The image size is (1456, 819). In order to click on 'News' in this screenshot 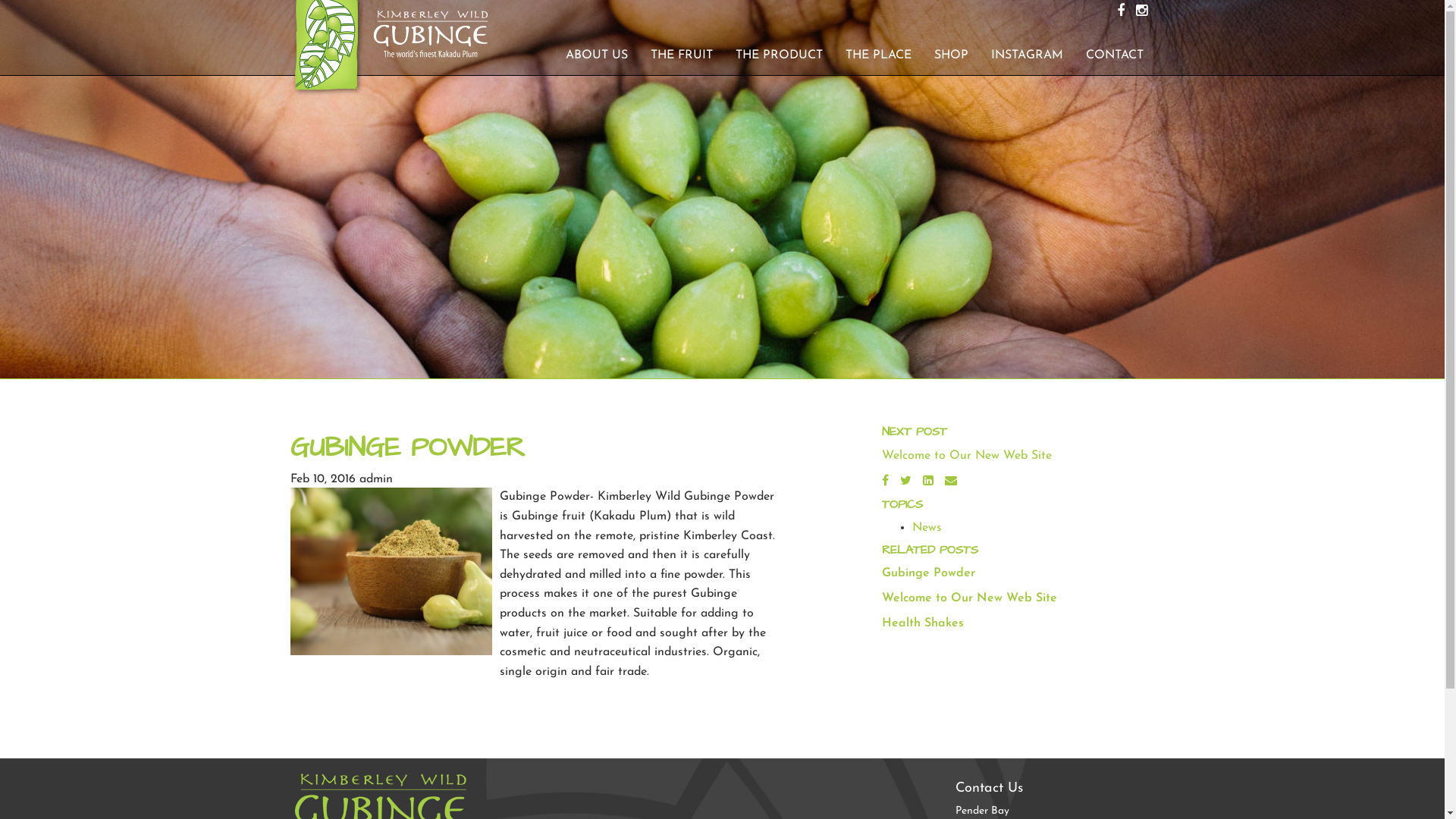, I will do `click(925, 526)`.